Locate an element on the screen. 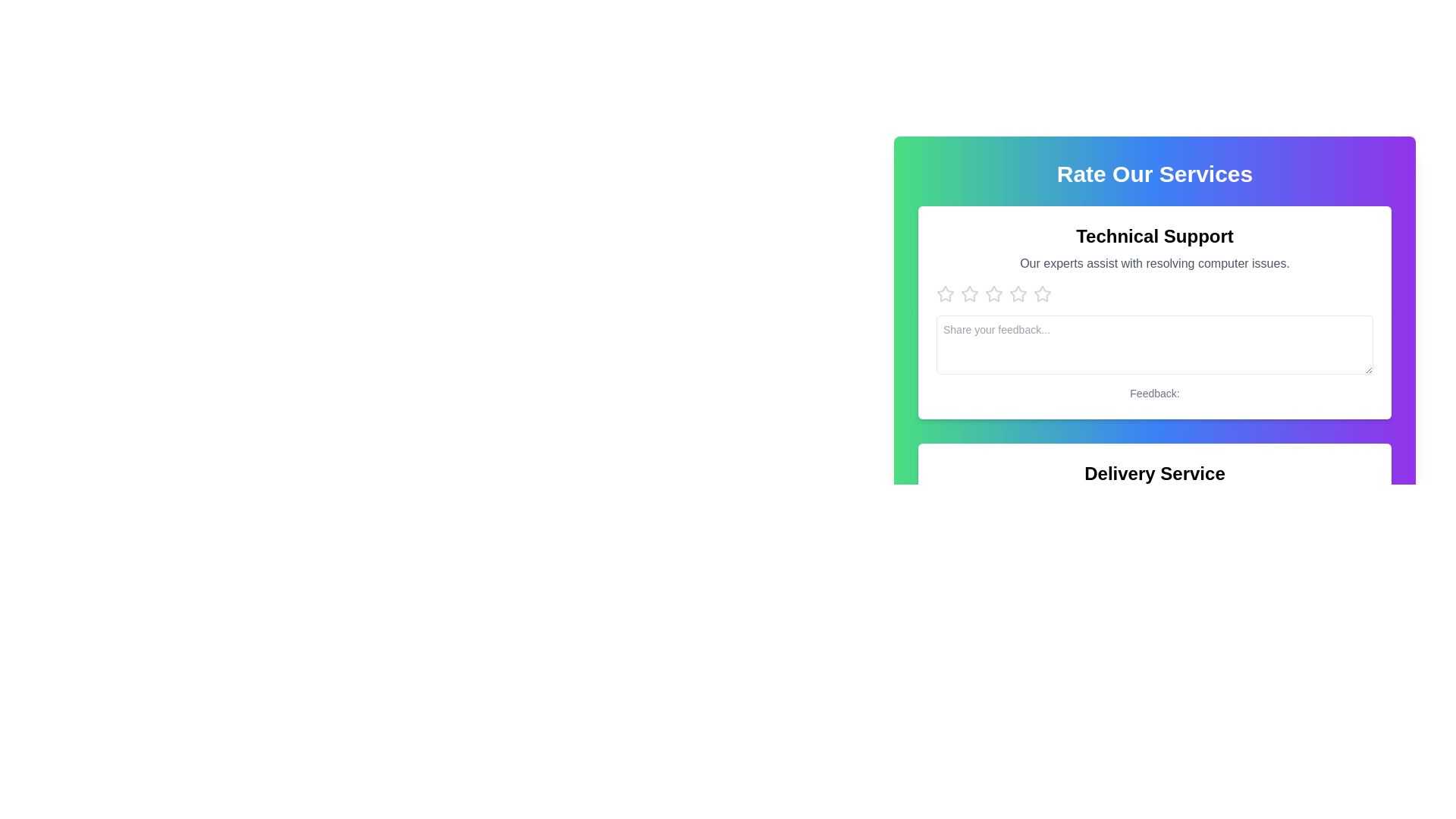 Image resolution: width=1456 pixels, height=819 pixels. the second star icon in the row of five hollow gray rating stars under the 'Technical Support' section is located at coordinates (968, 294).